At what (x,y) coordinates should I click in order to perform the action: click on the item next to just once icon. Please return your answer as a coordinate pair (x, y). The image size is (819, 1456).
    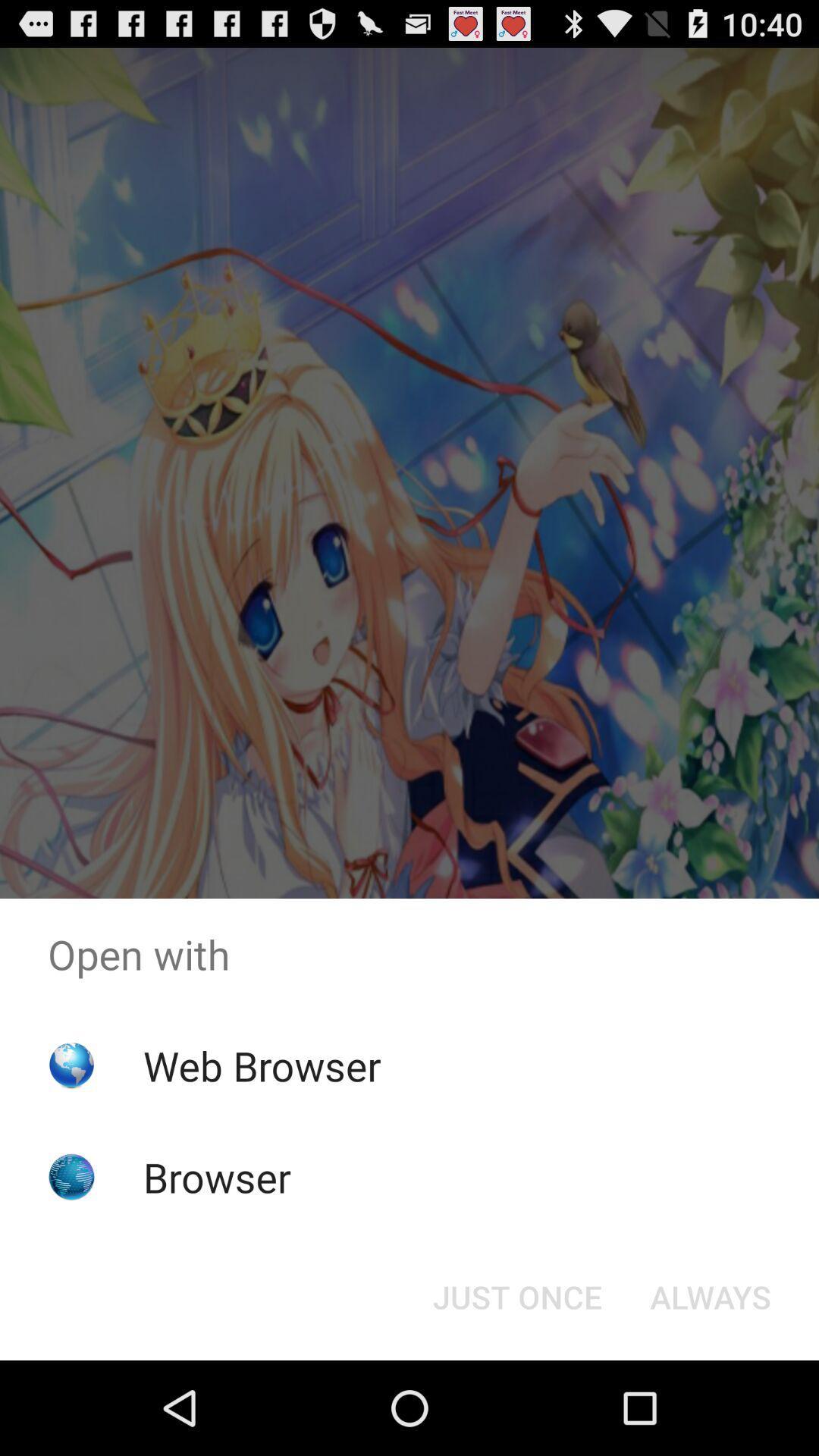
    Looking at the image, I should click on (711, 1295).